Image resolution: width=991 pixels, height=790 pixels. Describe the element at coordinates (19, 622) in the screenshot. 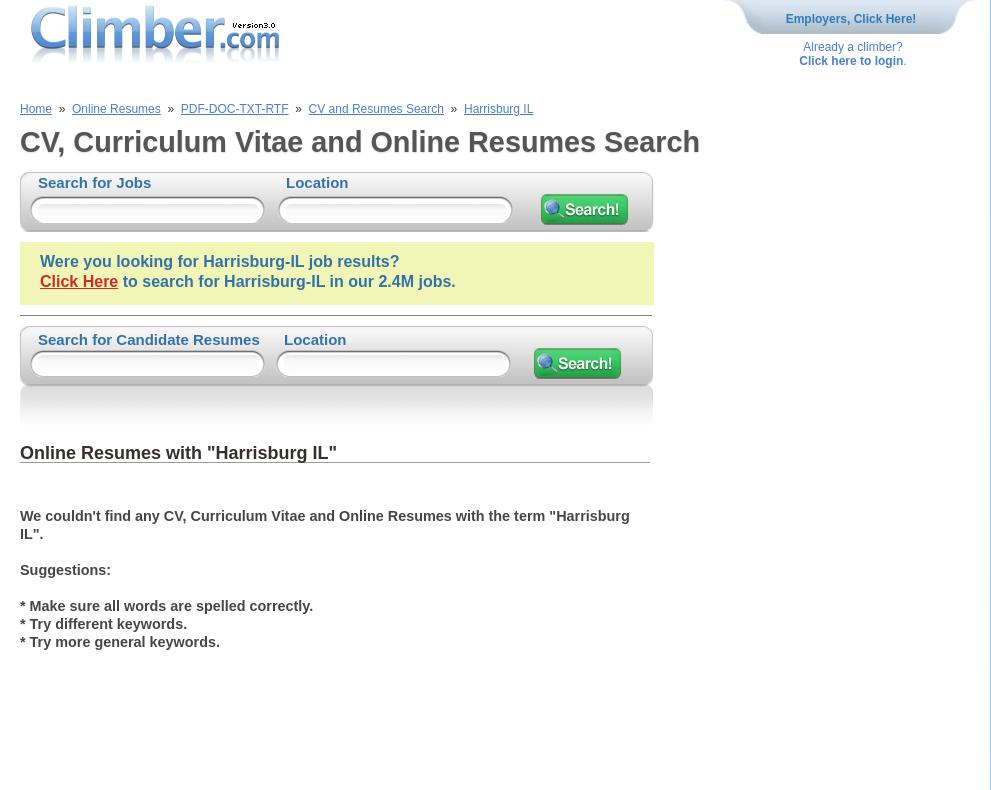

I see `'* Try different keywords.'` at that location.